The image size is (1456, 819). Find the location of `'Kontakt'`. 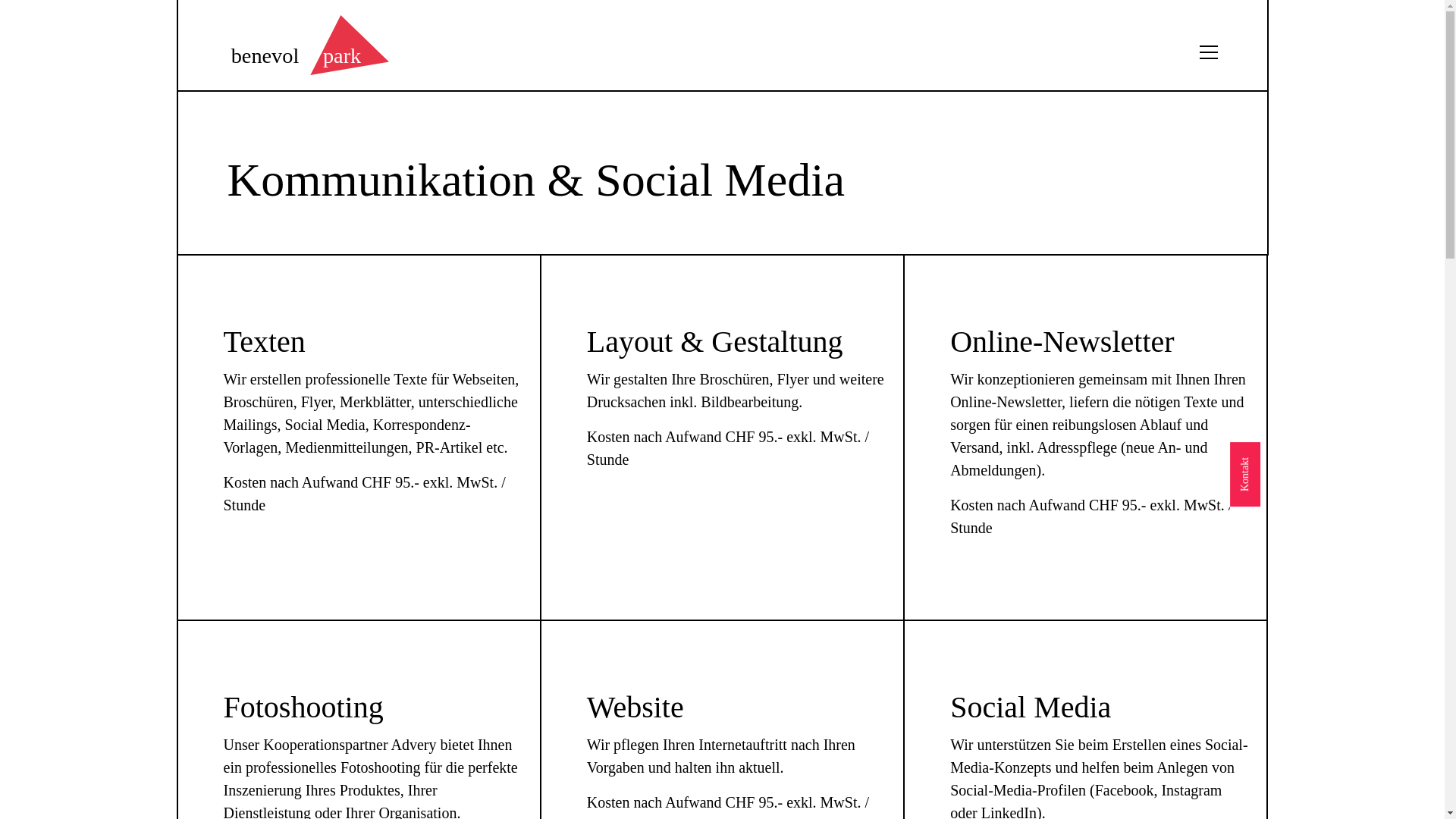

'Kontakt' is located at coordinates (1262, 456).